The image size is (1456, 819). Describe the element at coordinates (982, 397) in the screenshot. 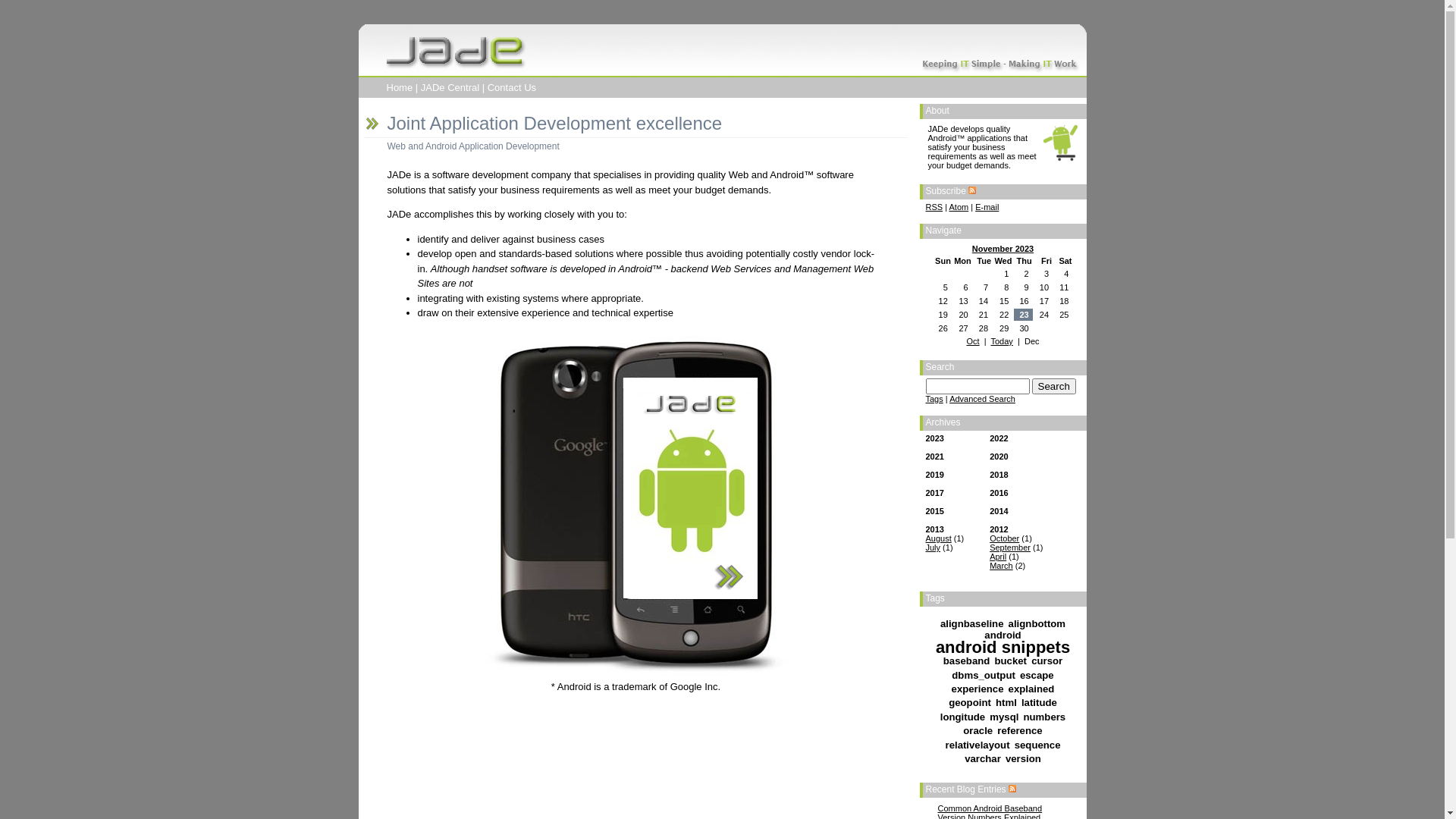

I see `'Advanced Search'` at that location.